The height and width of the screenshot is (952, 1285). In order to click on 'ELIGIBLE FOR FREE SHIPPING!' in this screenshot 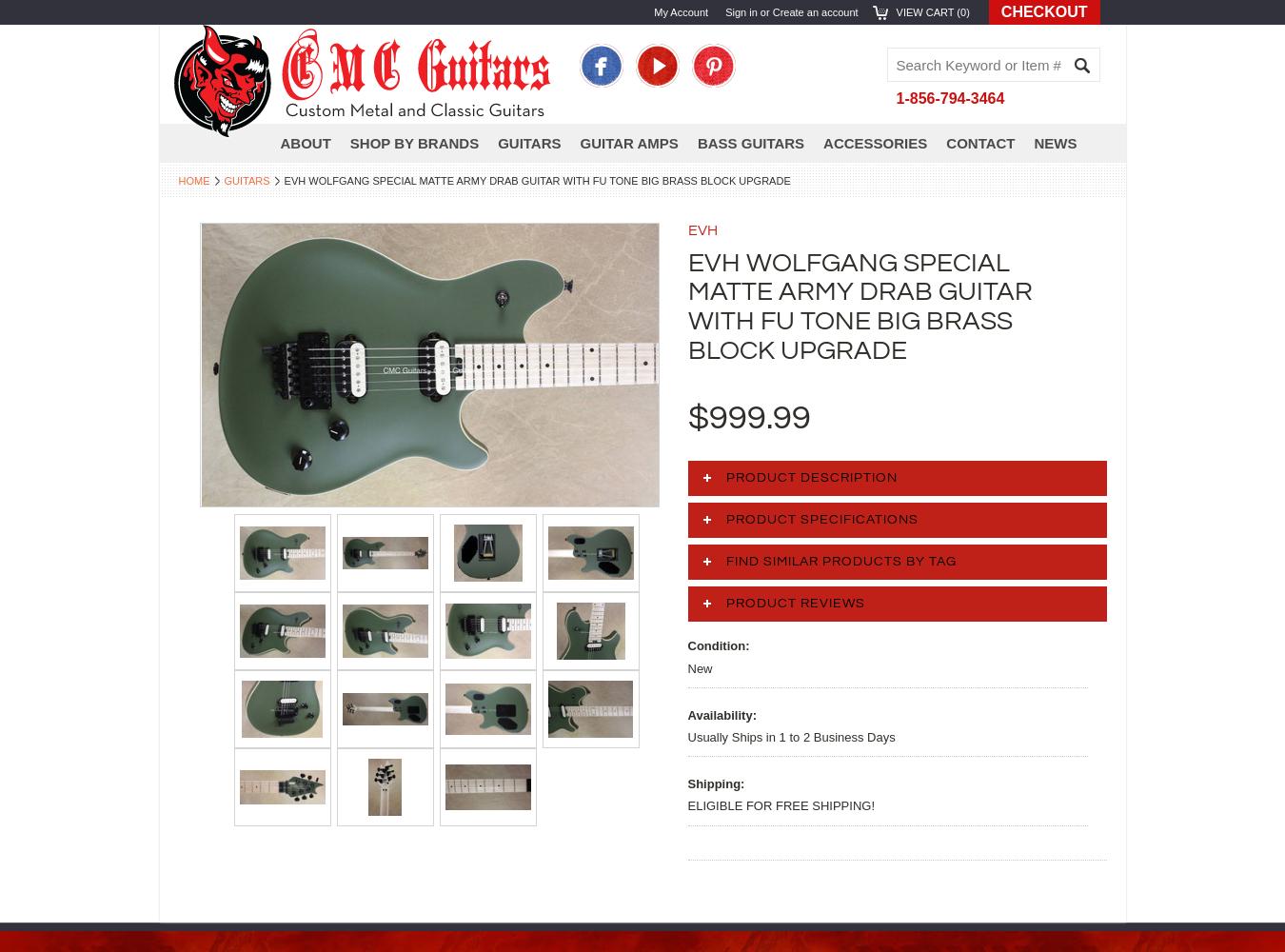, I will do `click(781, 804)`.